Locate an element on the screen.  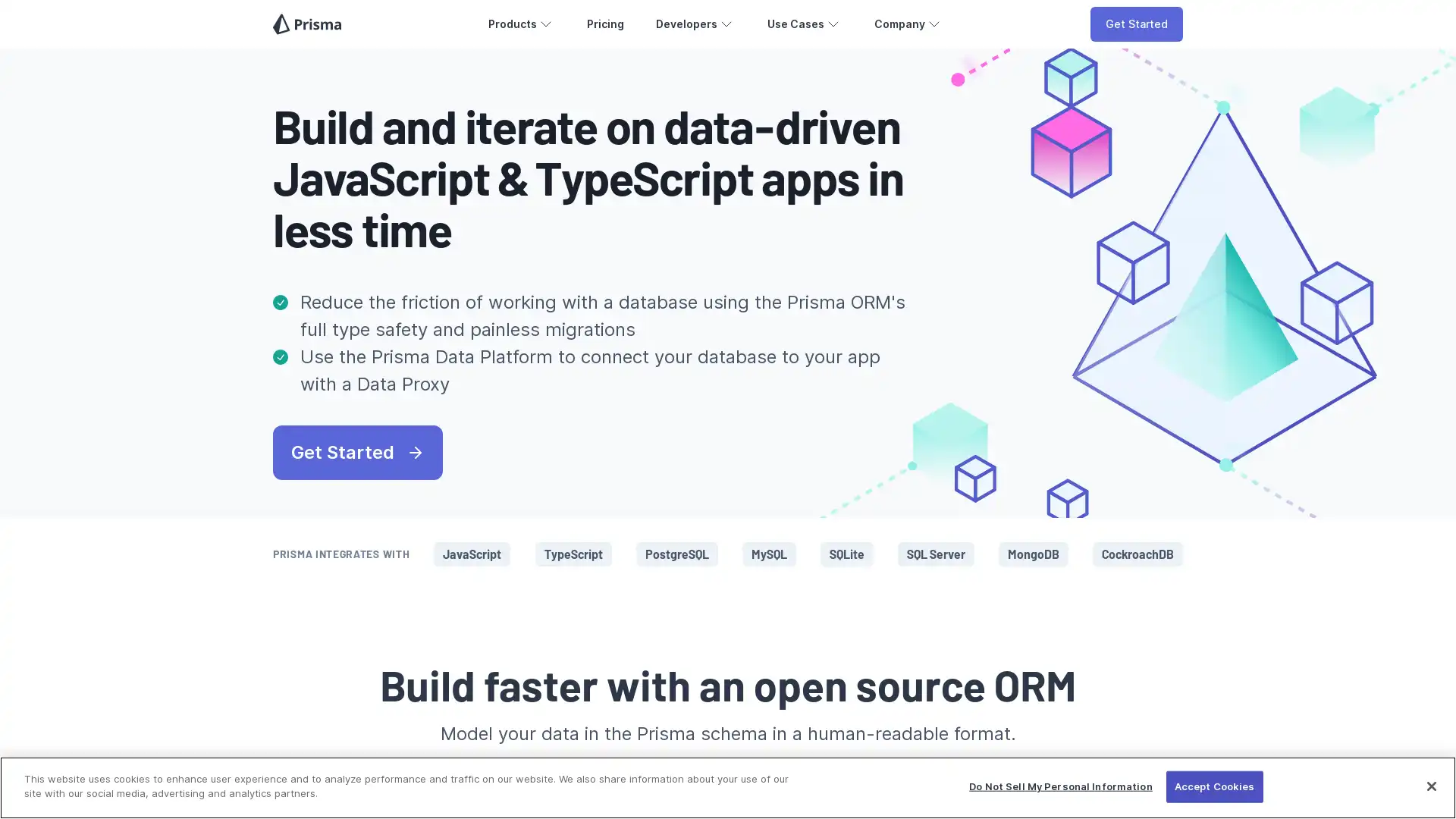
Do Not Sell My Personal Information is located at coordinates (1059, 786).